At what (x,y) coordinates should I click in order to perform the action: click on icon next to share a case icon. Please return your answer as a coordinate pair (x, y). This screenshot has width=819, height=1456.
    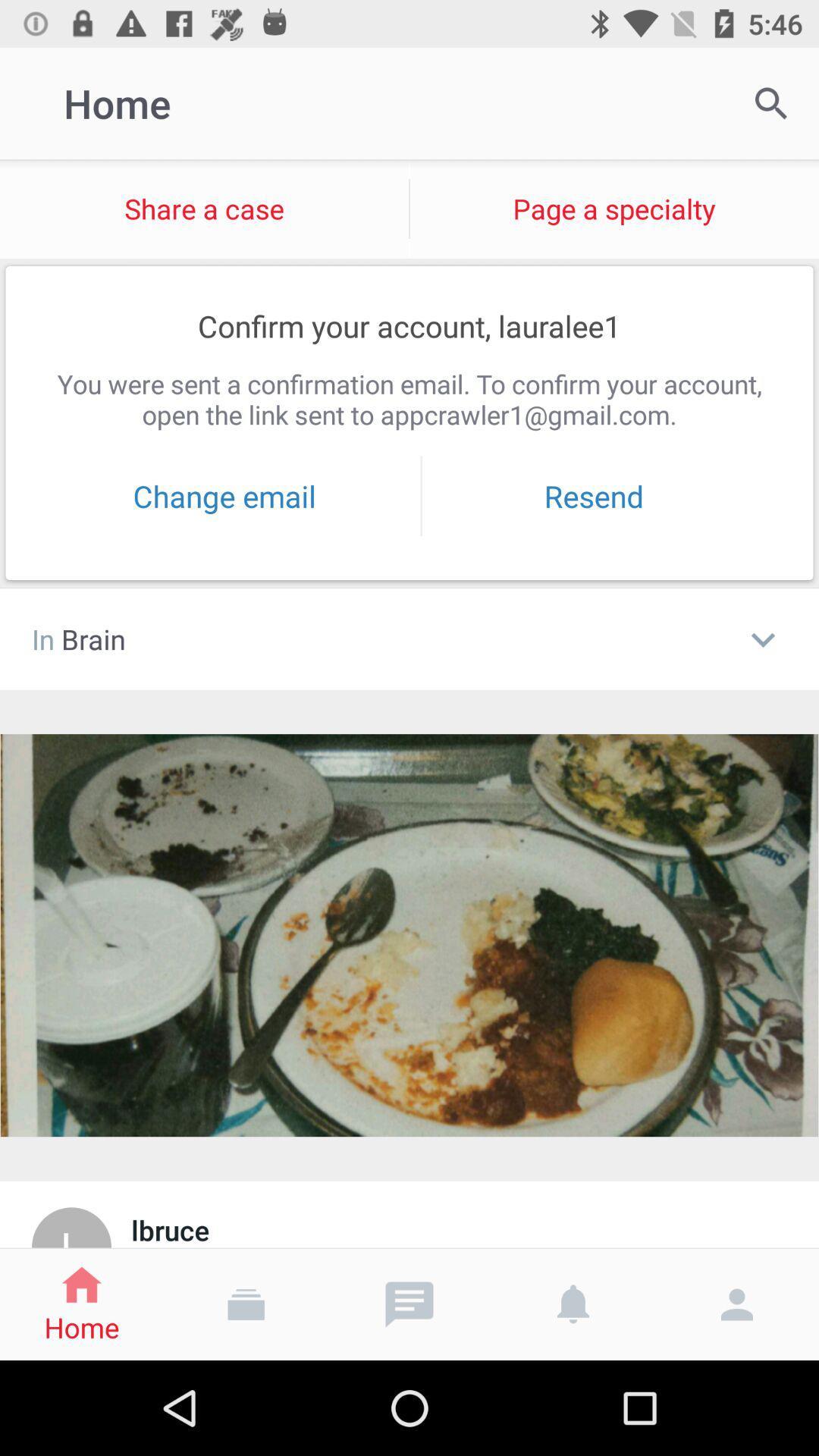
    Looking at the image, I should click on (771, 102).